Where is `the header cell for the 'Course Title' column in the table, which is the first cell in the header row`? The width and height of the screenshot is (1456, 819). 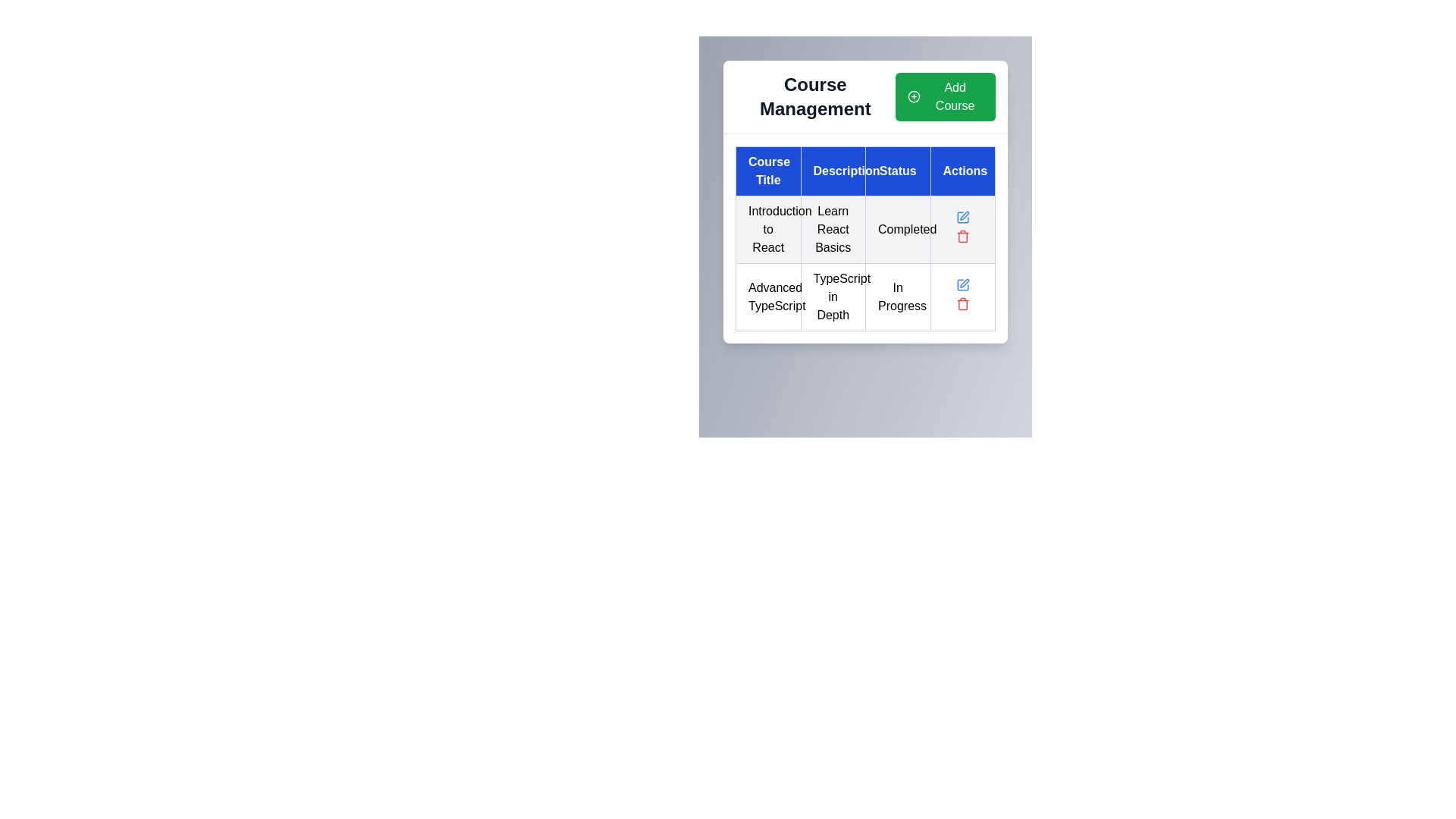 the header cell for the 'Course Title' column in the table, which is the first cell in the header row is located at coordinates (768, 171).